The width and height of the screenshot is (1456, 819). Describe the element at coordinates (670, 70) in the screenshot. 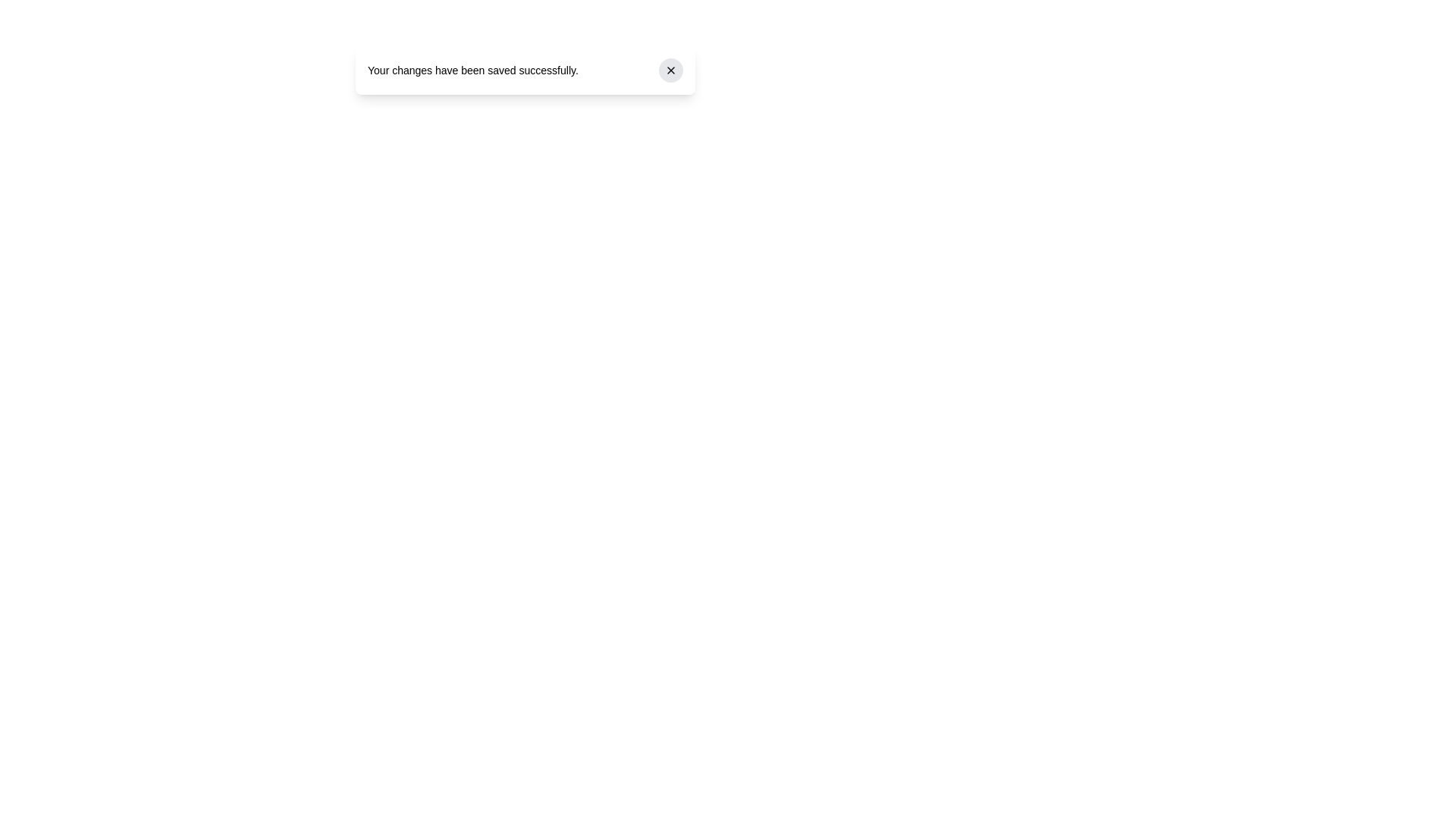

I see `the close icon button, which is a small 'X' mark inside a circular button with a gray background, located at the top-right area of the notification card` at that location.